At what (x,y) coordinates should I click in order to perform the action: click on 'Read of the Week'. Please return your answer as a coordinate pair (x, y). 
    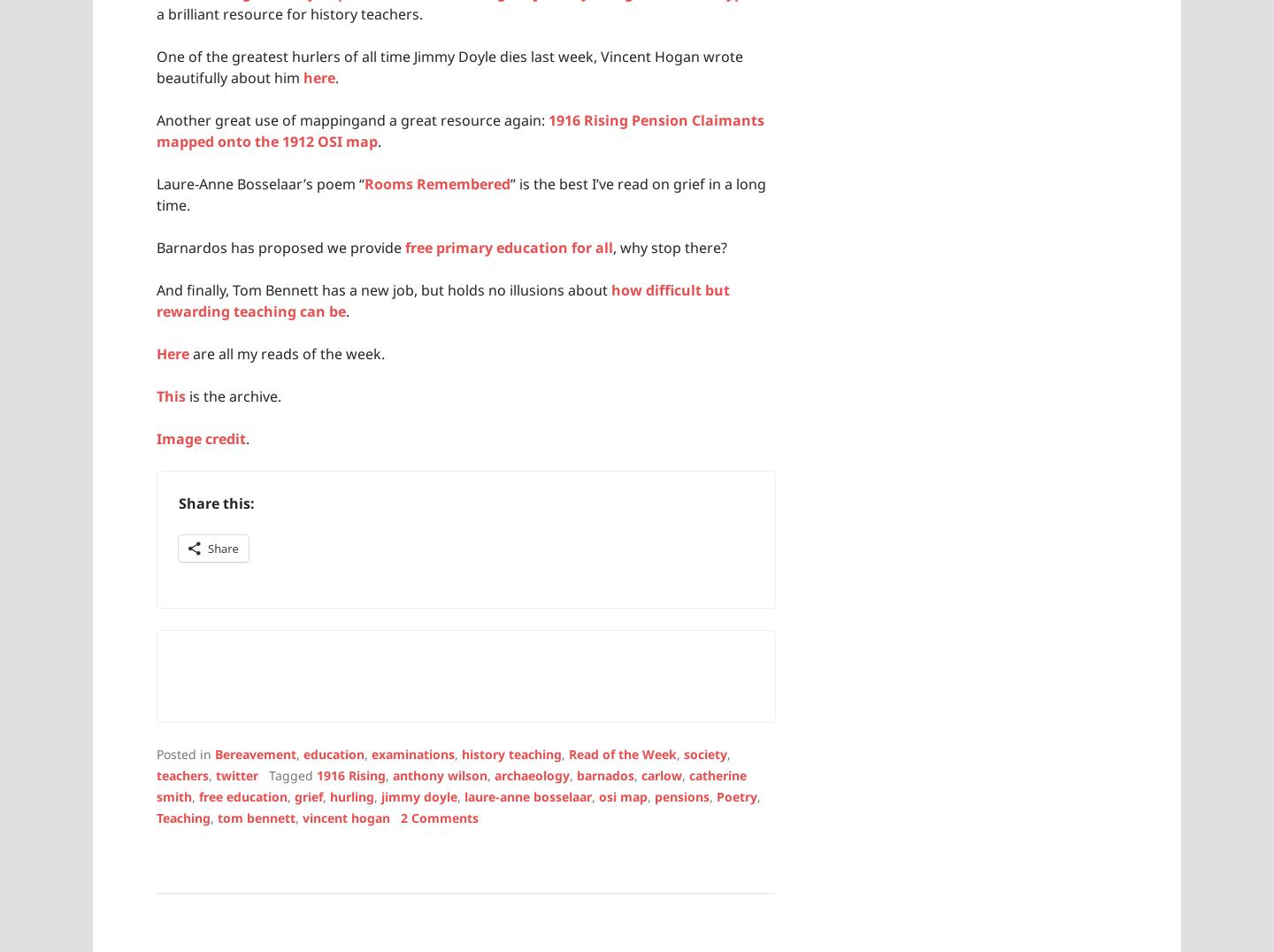
    Looking at the image, I should click on (623, 752).